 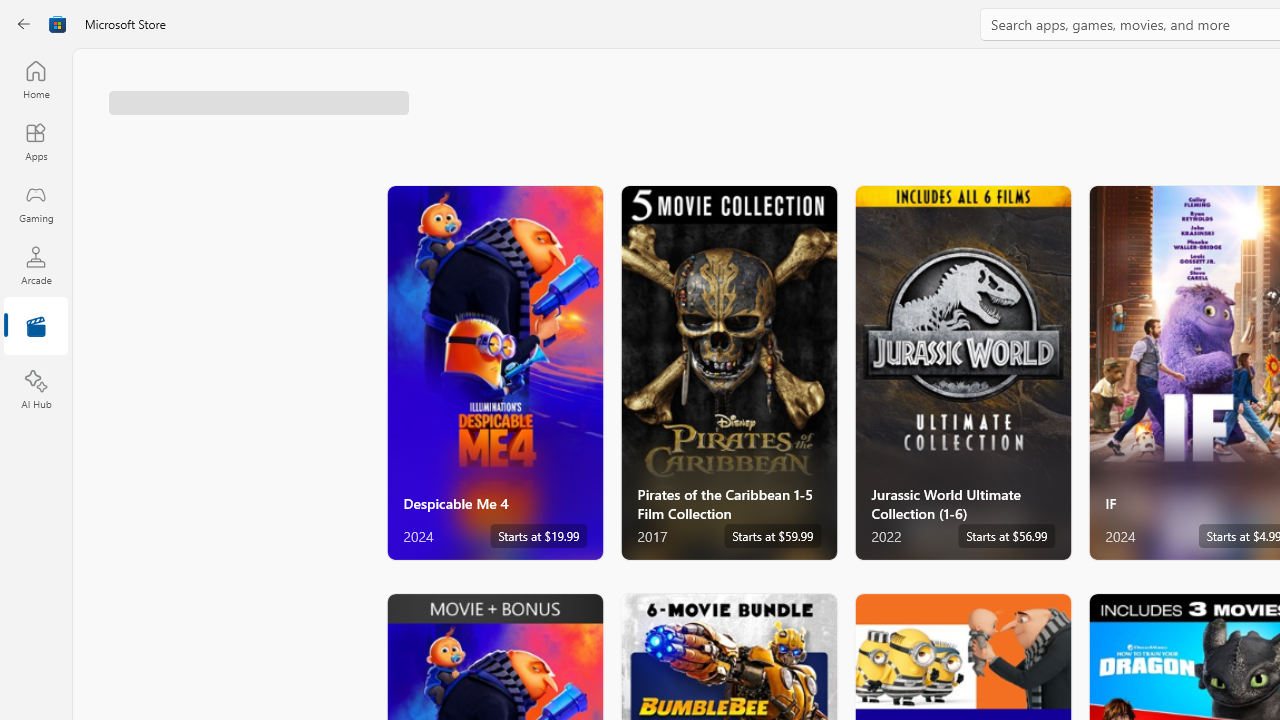 I want to click on 'Back', so click(x=24, y=24).